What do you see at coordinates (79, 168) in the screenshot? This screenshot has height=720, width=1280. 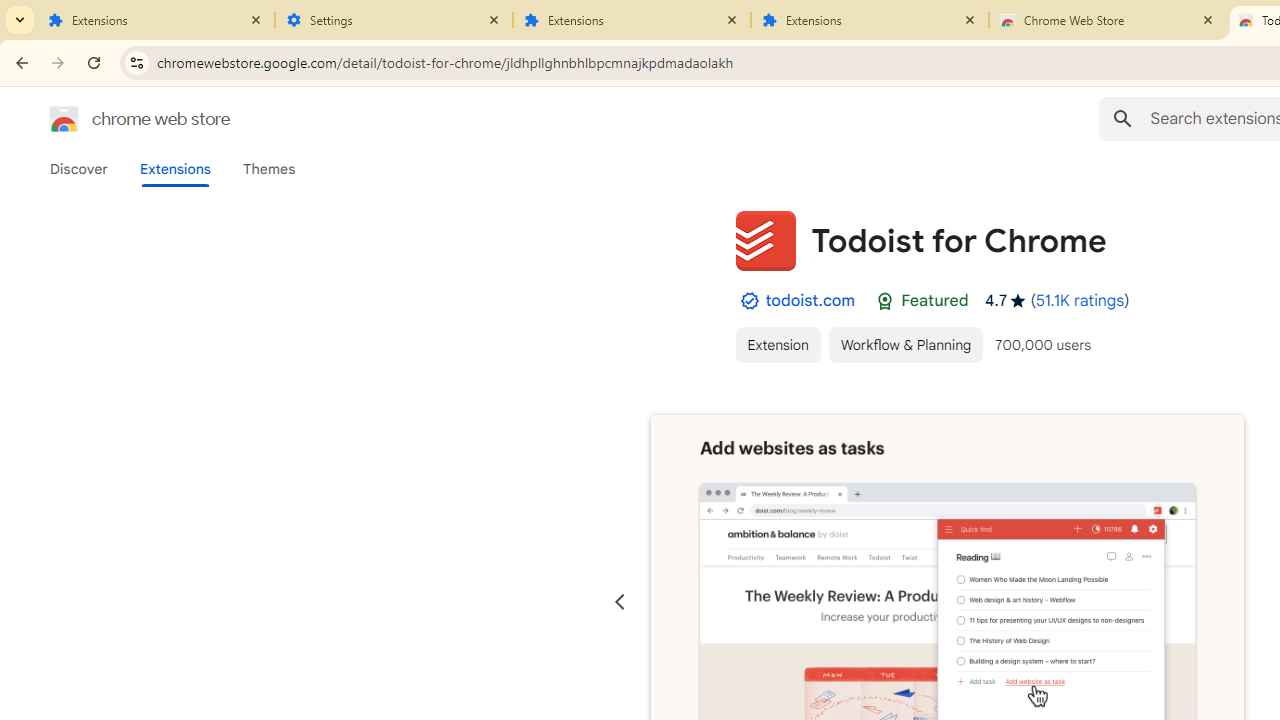 I see `'Discover'` at bounding box center [79, 168].